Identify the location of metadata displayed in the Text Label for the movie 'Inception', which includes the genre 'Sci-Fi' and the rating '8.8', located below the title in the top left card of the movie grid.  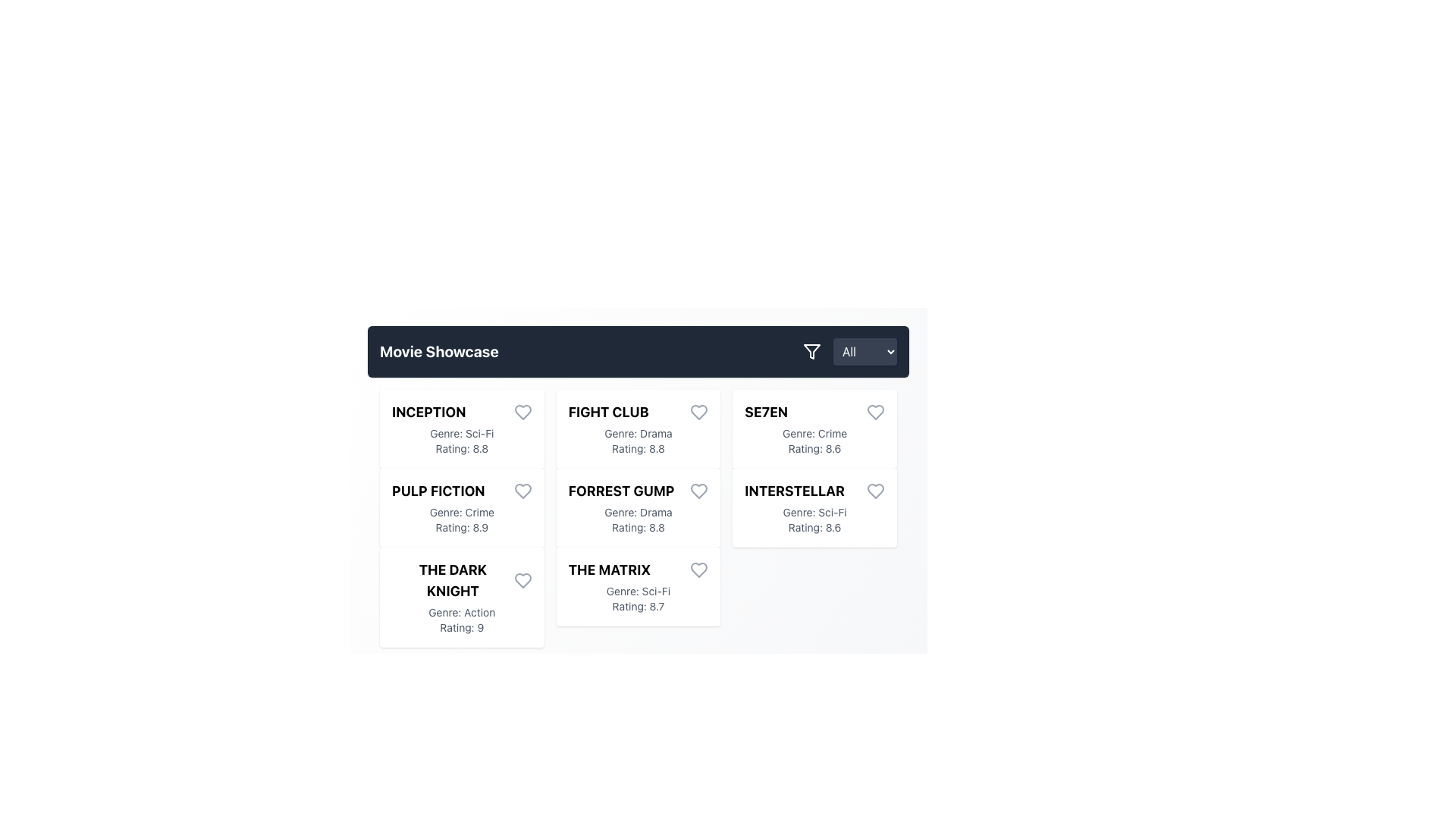
(461, 441).